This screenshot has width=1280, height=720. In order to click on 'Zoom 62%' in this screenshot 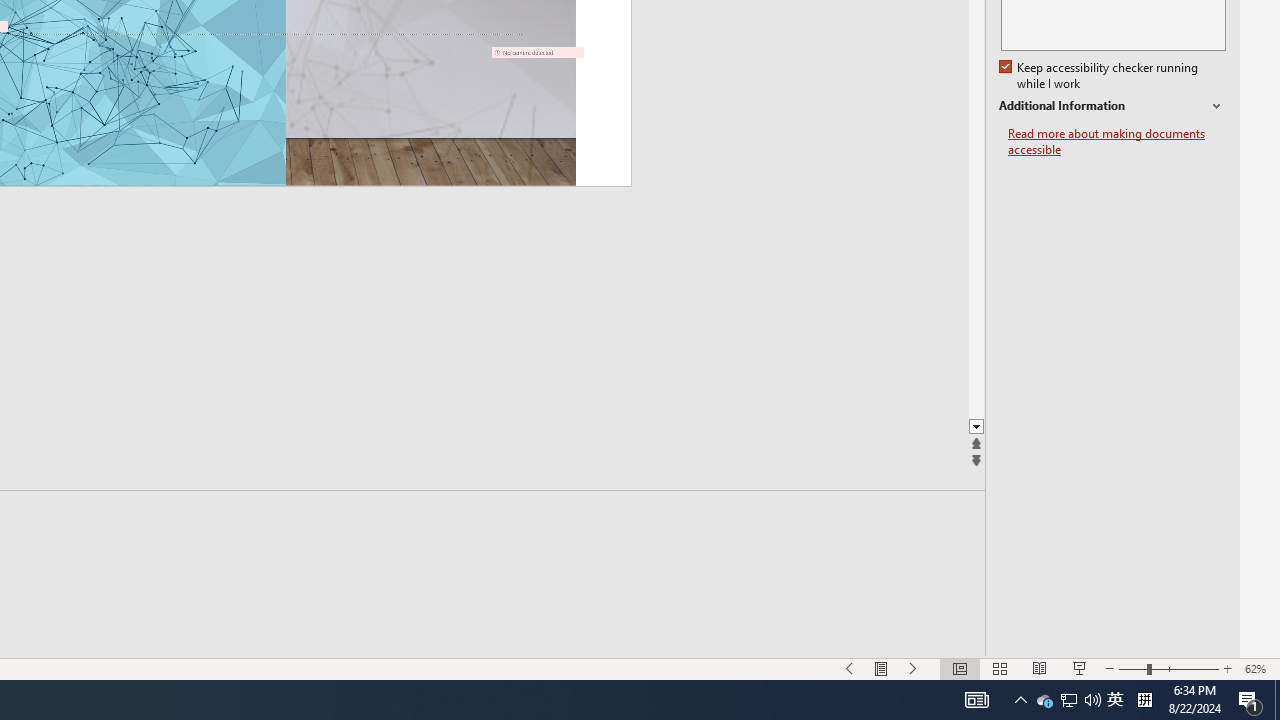, I will do `click(1257, 669)`.